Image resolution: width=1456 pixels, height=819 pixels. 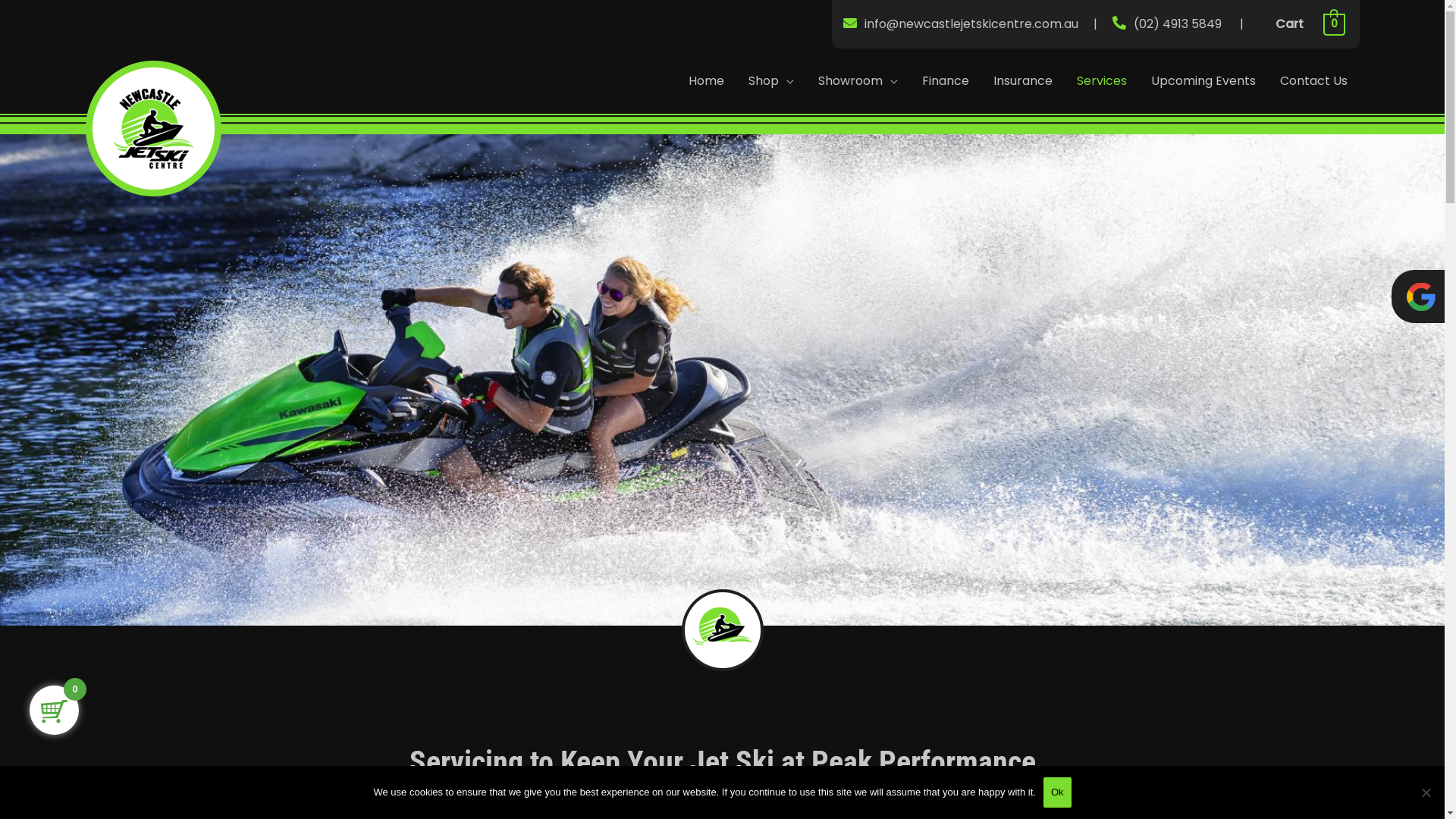 I want to click on '(02) 4913 5849', so click(x=1178, y=24).